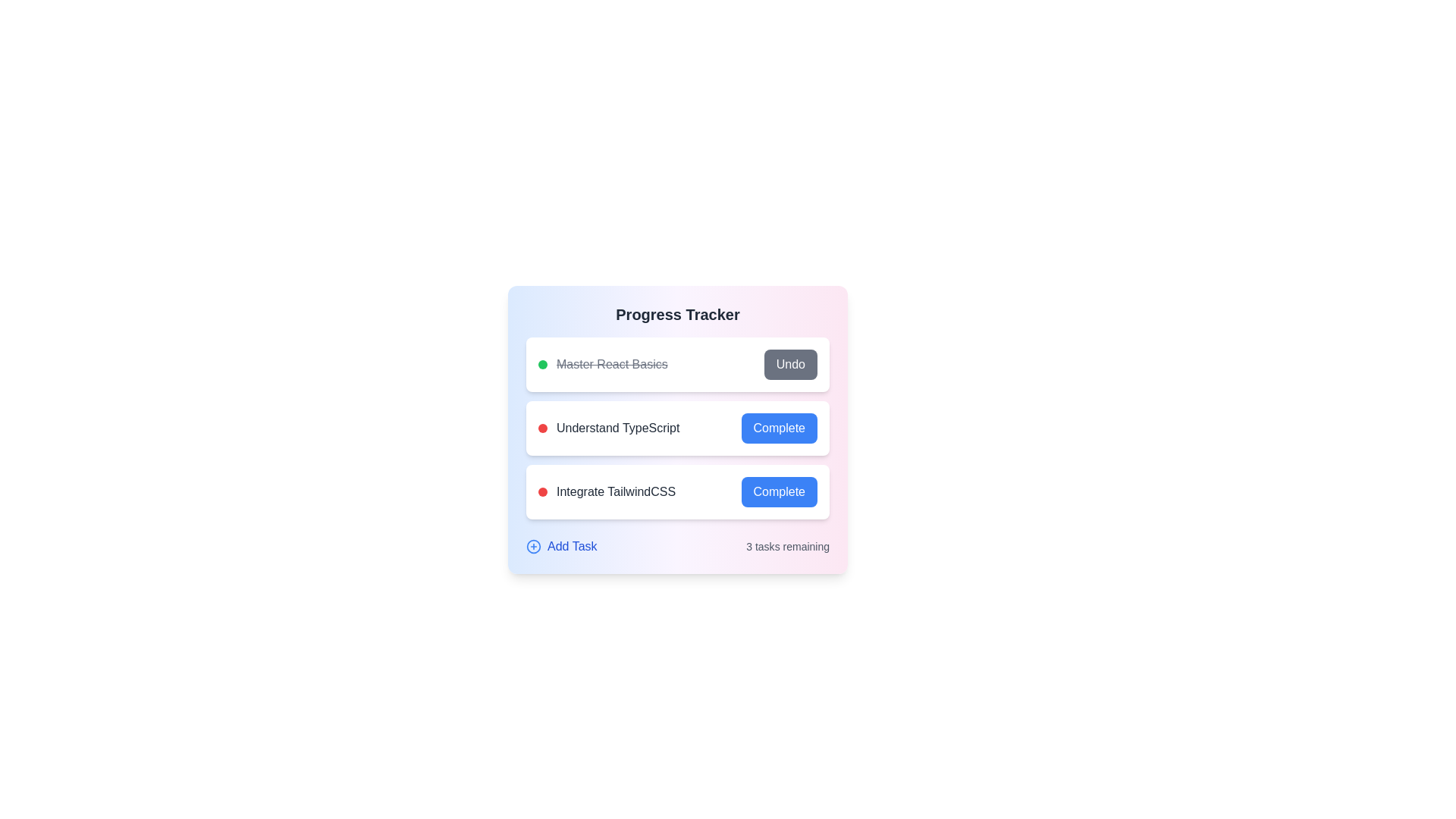  Describe the element at coordinates (542, 428) in the screenshot. I see `the circular Indicator Icon located to the left of the text 'Understand TypeScript' in the 'Progress Tracker' widget` at that location.